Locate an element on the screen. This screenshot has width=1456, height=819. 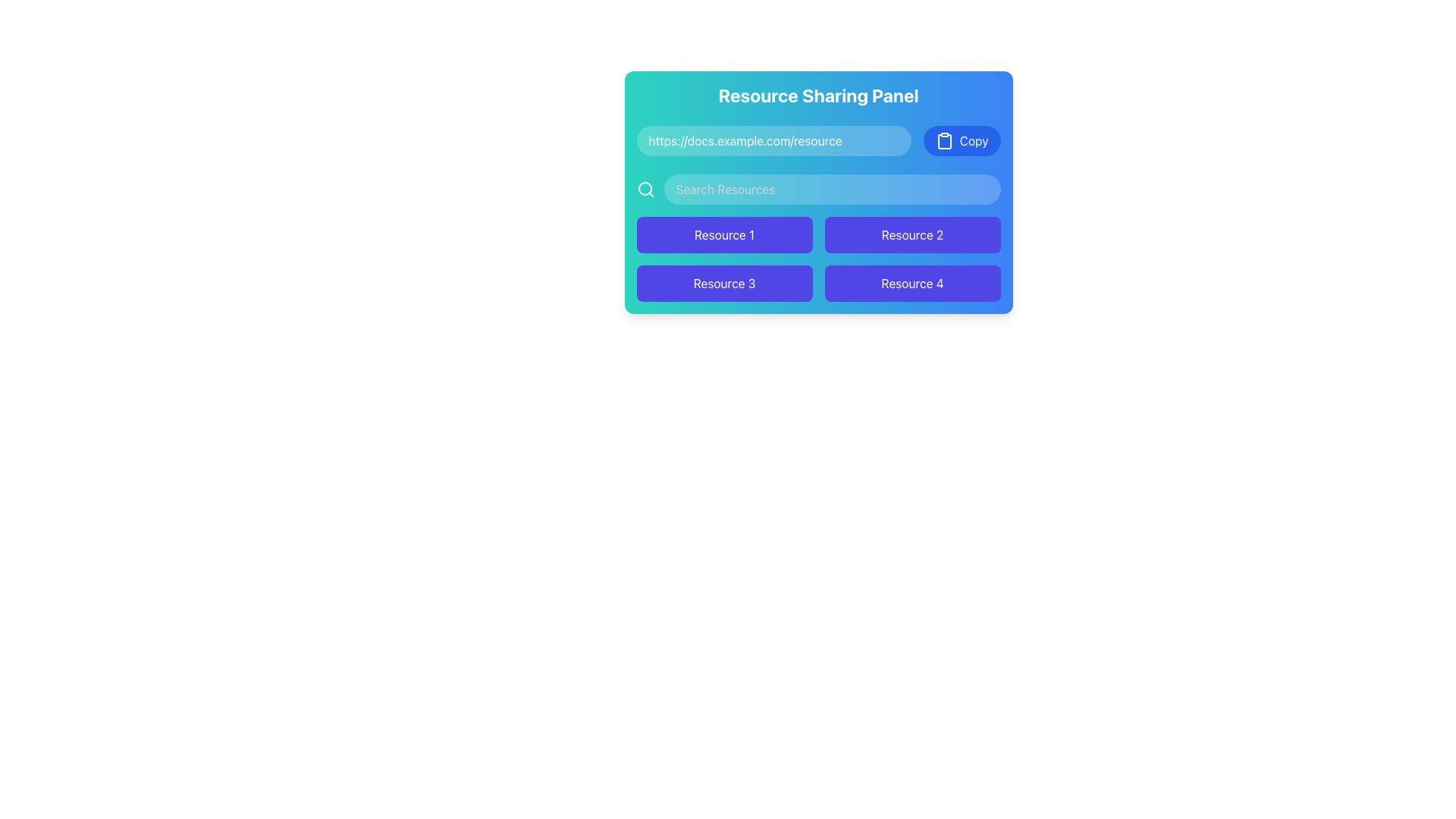
the search input field located below the URL sharing bar to focus and type search queries is located at coordinates (817, 189).